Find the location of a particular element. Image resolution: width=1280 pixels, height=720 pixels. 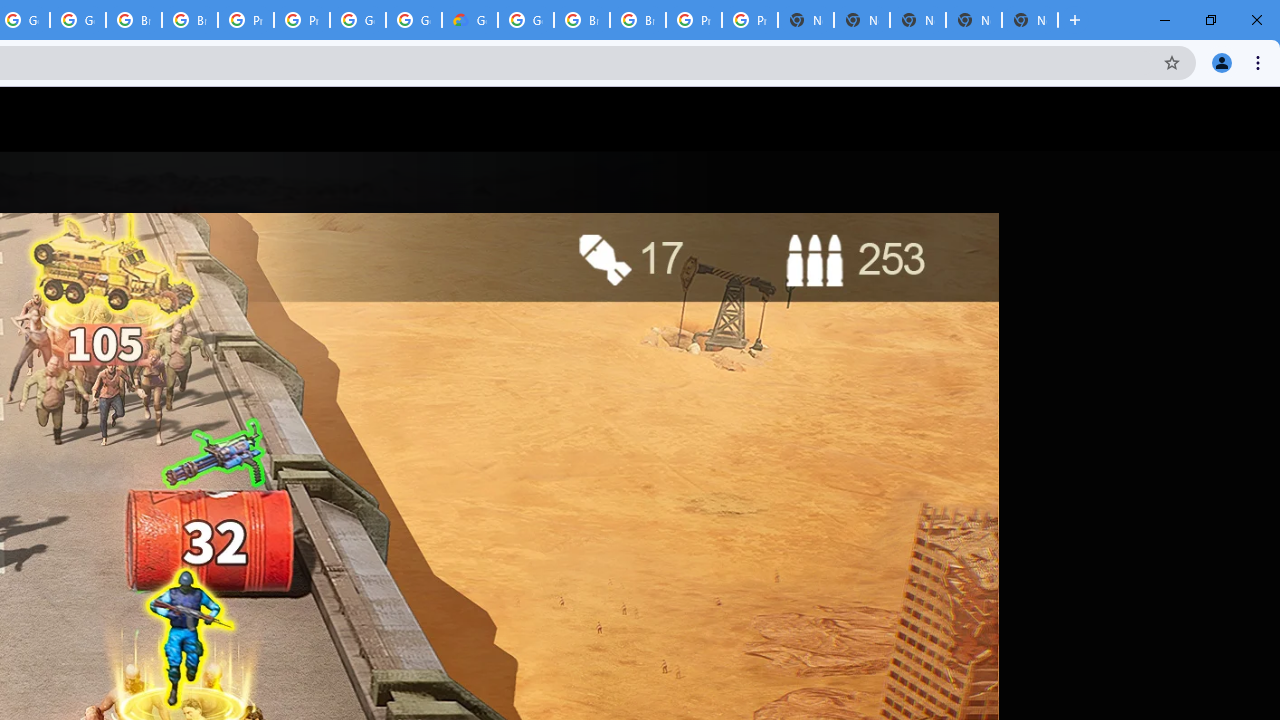

'Google Cloud Platform' is located at coordinates (526, 20).